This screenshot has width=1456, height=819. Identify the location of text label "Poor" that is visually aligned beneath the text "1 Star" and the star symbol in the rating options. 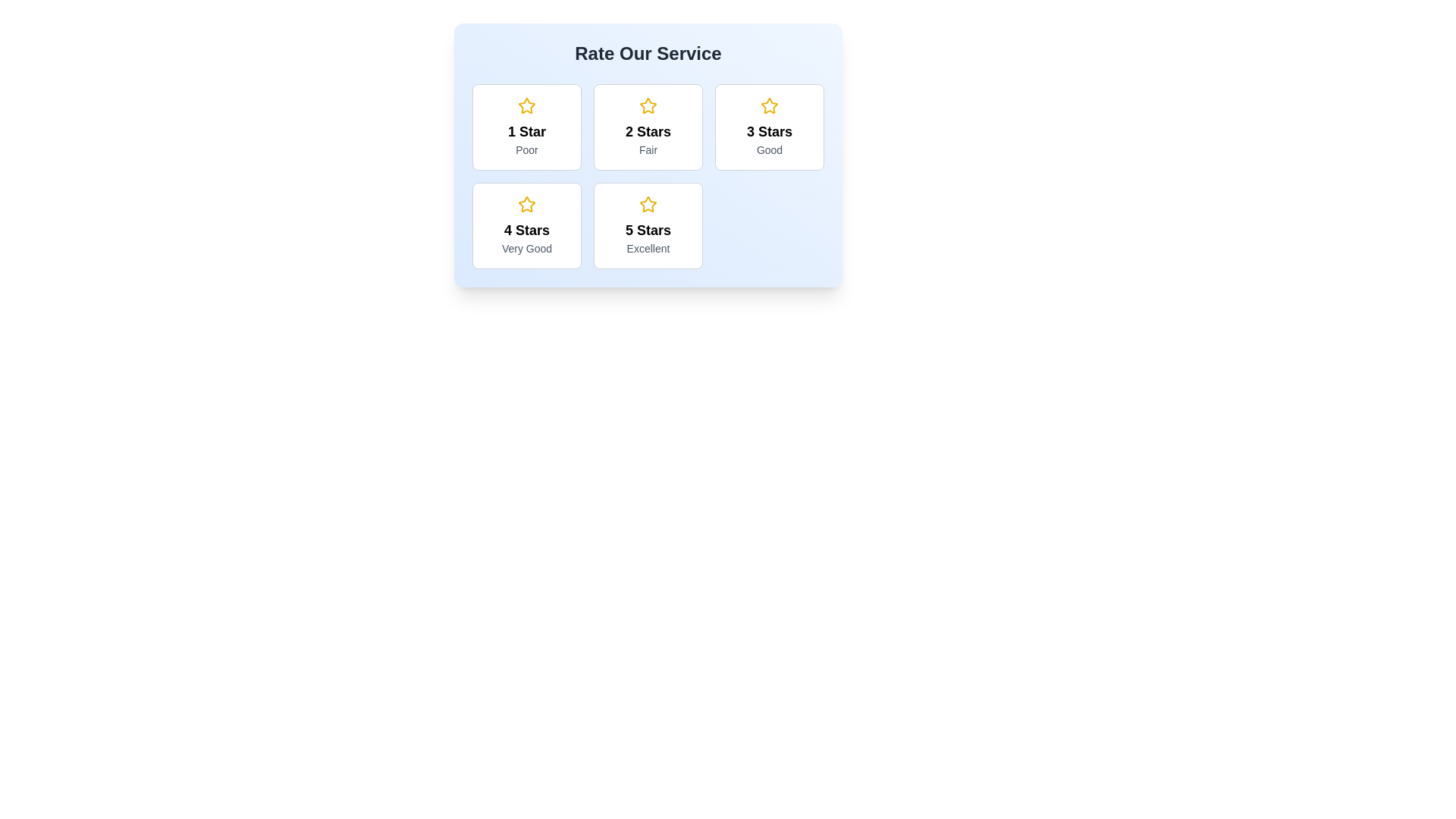
(527, 149).